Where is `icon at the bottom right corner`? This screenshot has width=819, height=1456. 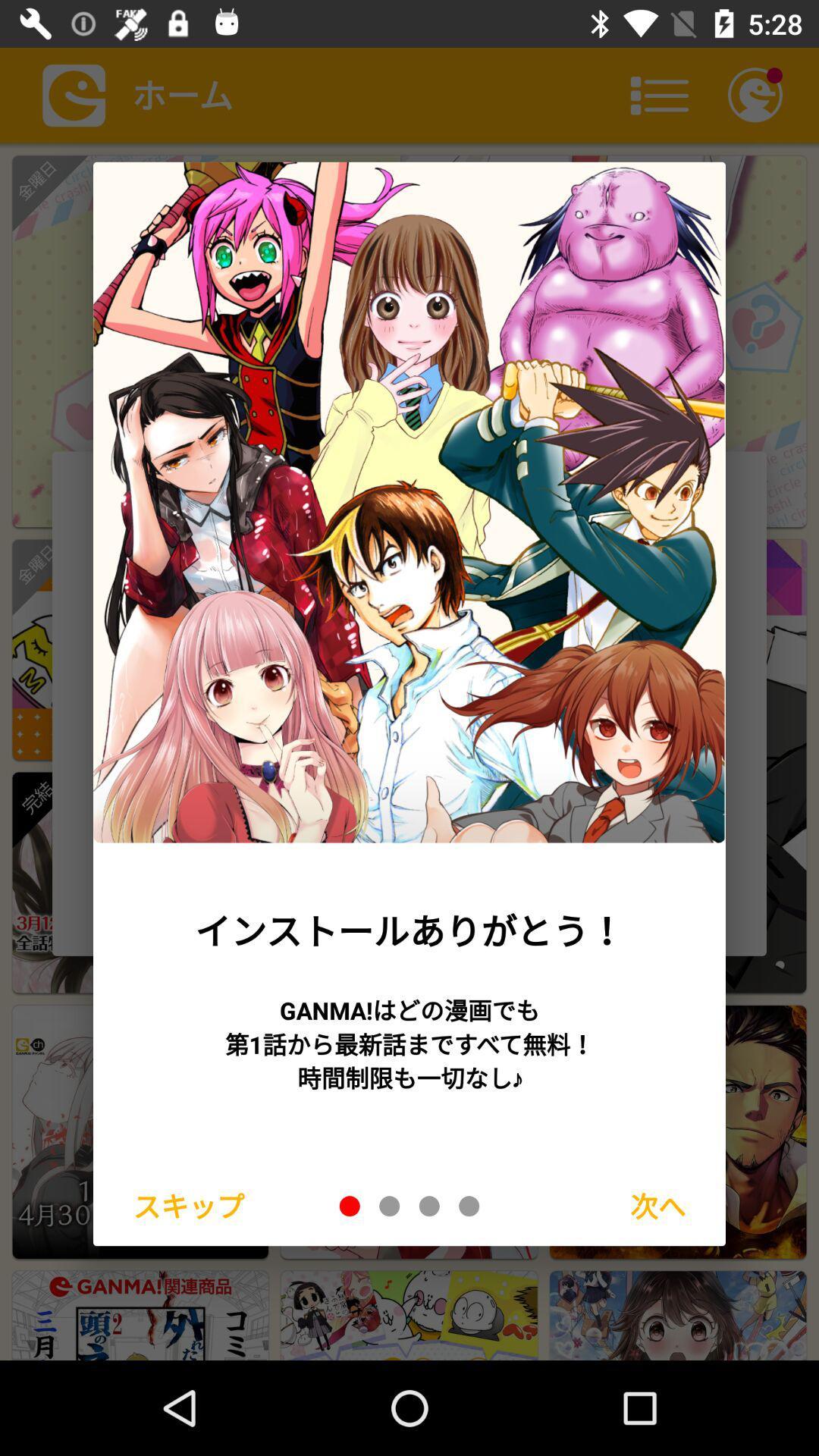
icon at the bottom right corner is located at coordinates (657, 1205).